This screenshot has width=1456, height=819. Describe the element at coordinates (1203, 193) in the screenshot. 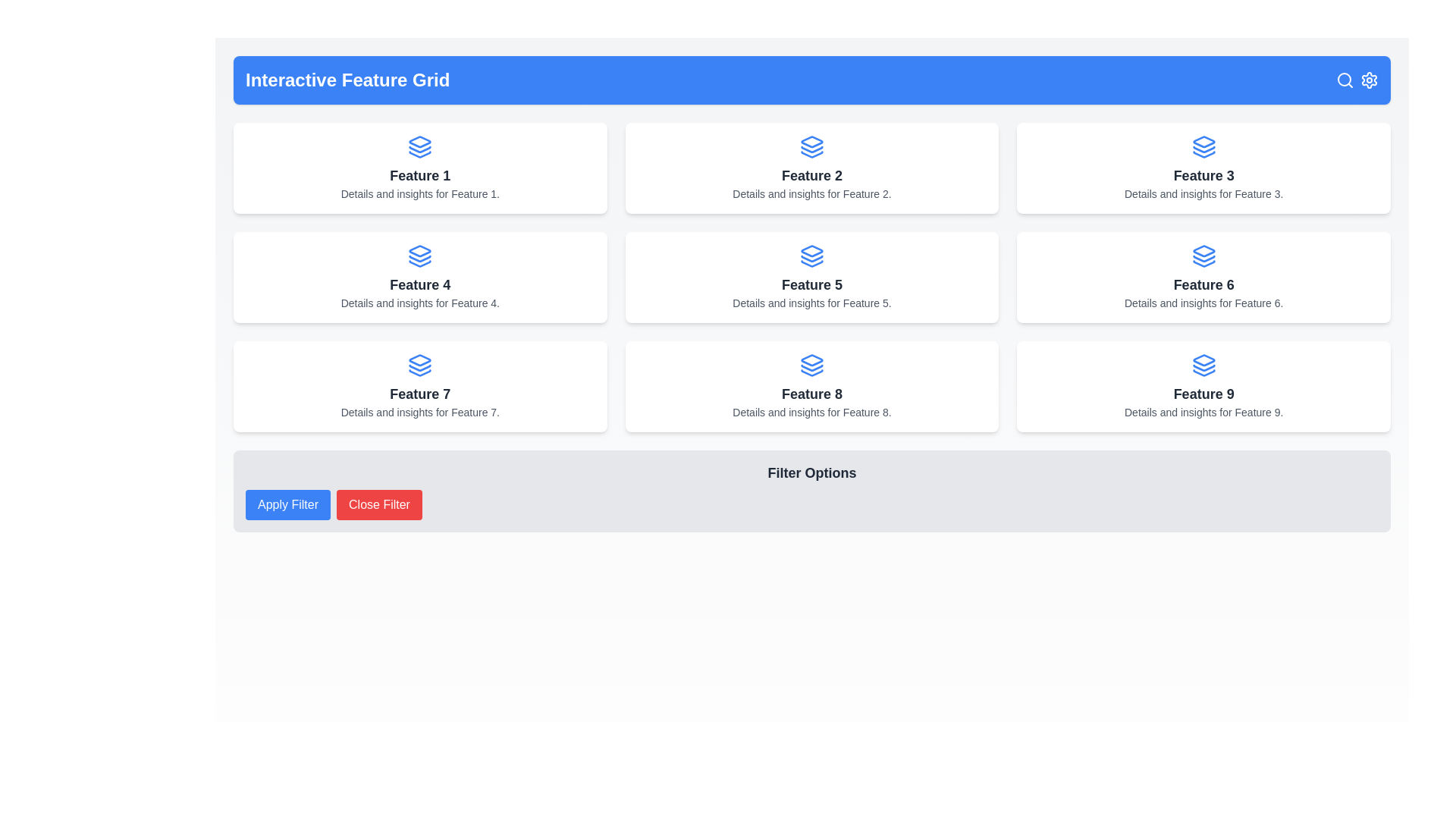

I see `the text label that contains 'Details and insights for Feature 3.', located beneath the title 'Feature 3' in the third card of the three-column grid layout` at that location.